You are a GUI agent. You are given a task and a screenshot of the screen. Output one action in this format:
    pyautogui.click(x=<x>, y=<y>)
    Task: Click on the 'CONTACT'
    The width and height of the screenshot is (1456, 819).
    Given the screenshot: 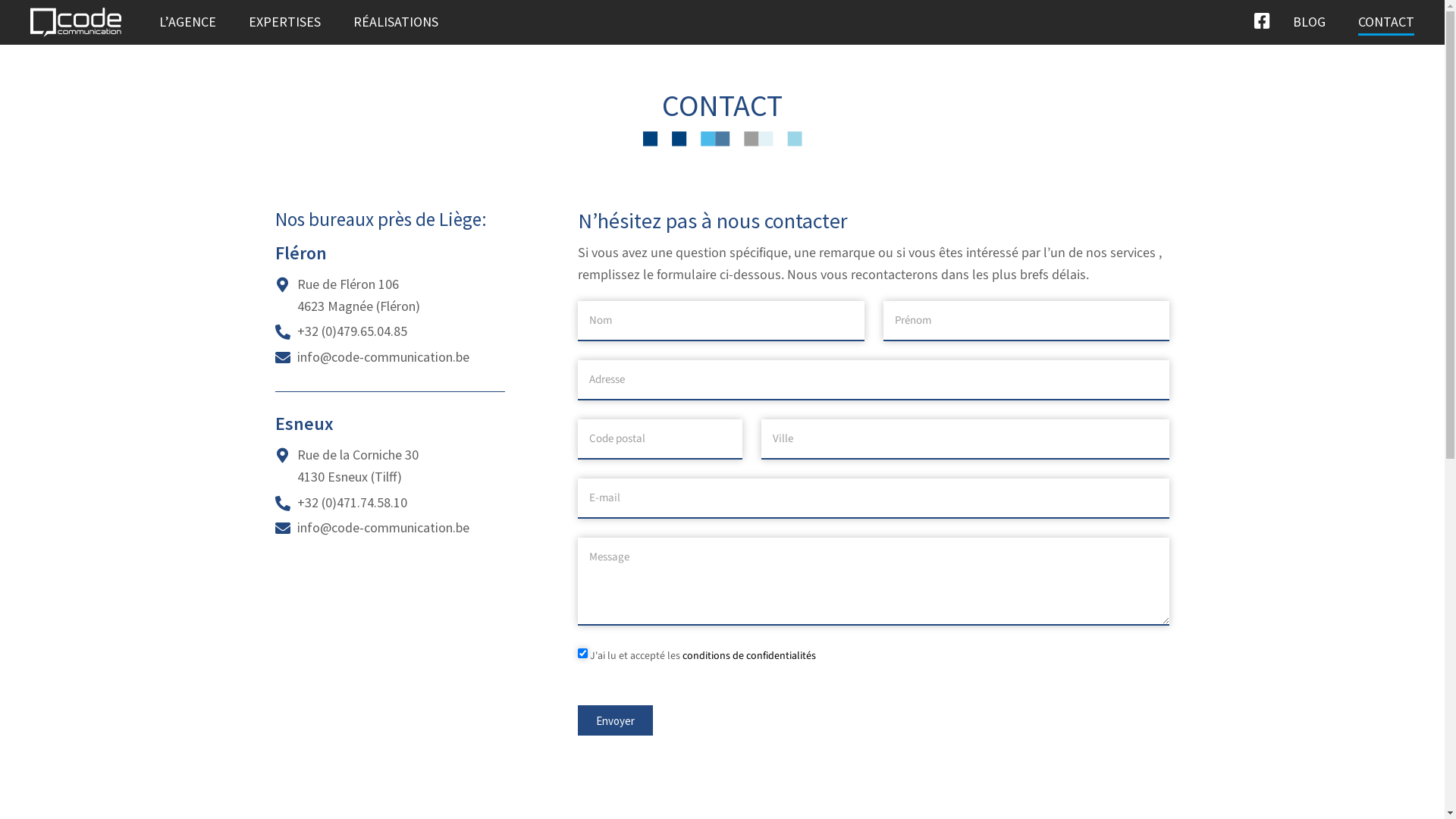 What is the action you would take?
    pyautogui.click(x=1386, y=22)
    